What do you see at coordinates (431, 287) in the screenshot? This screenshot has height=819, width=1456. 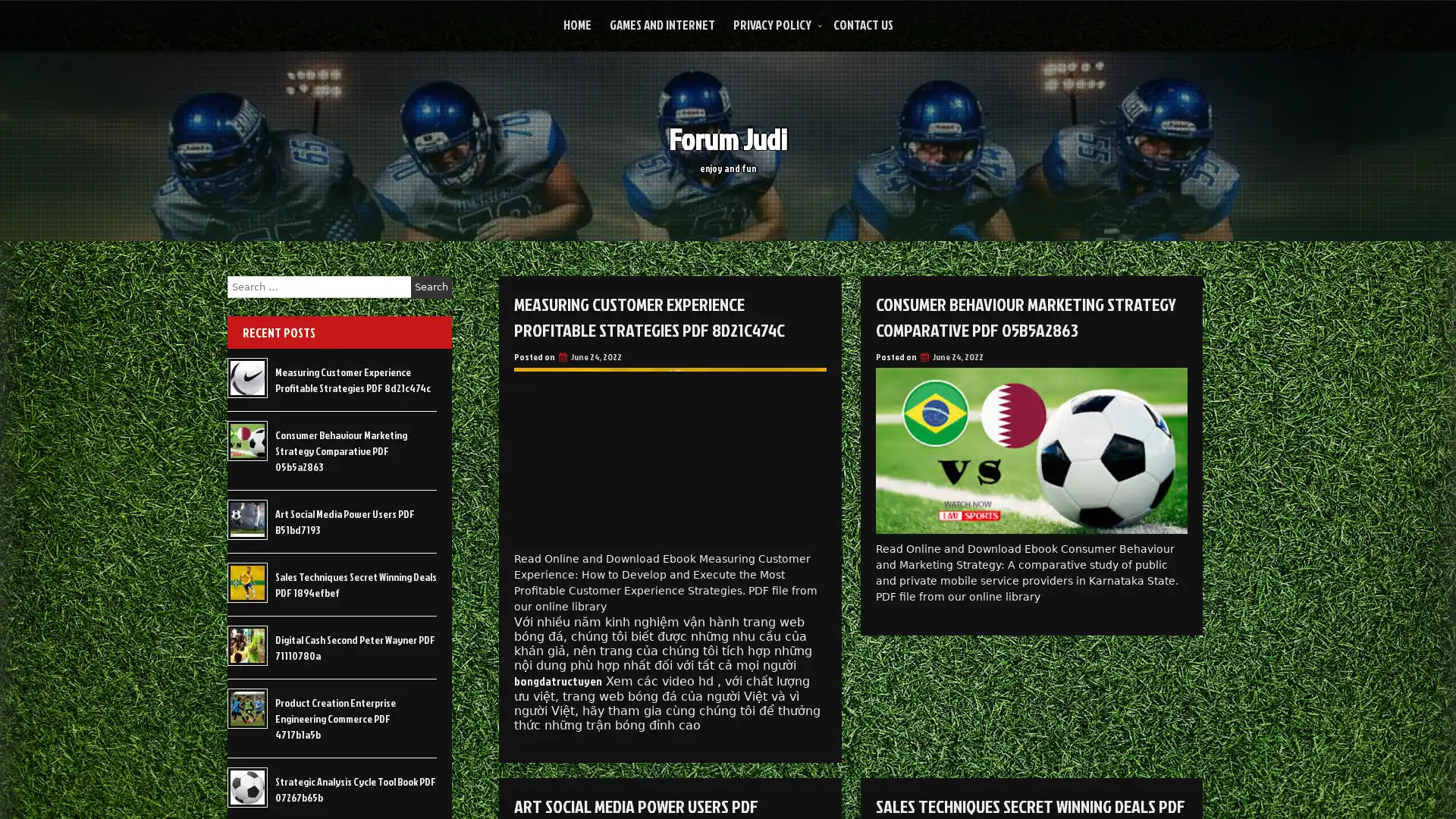 I see `Search` at bounding box center [431, 287].